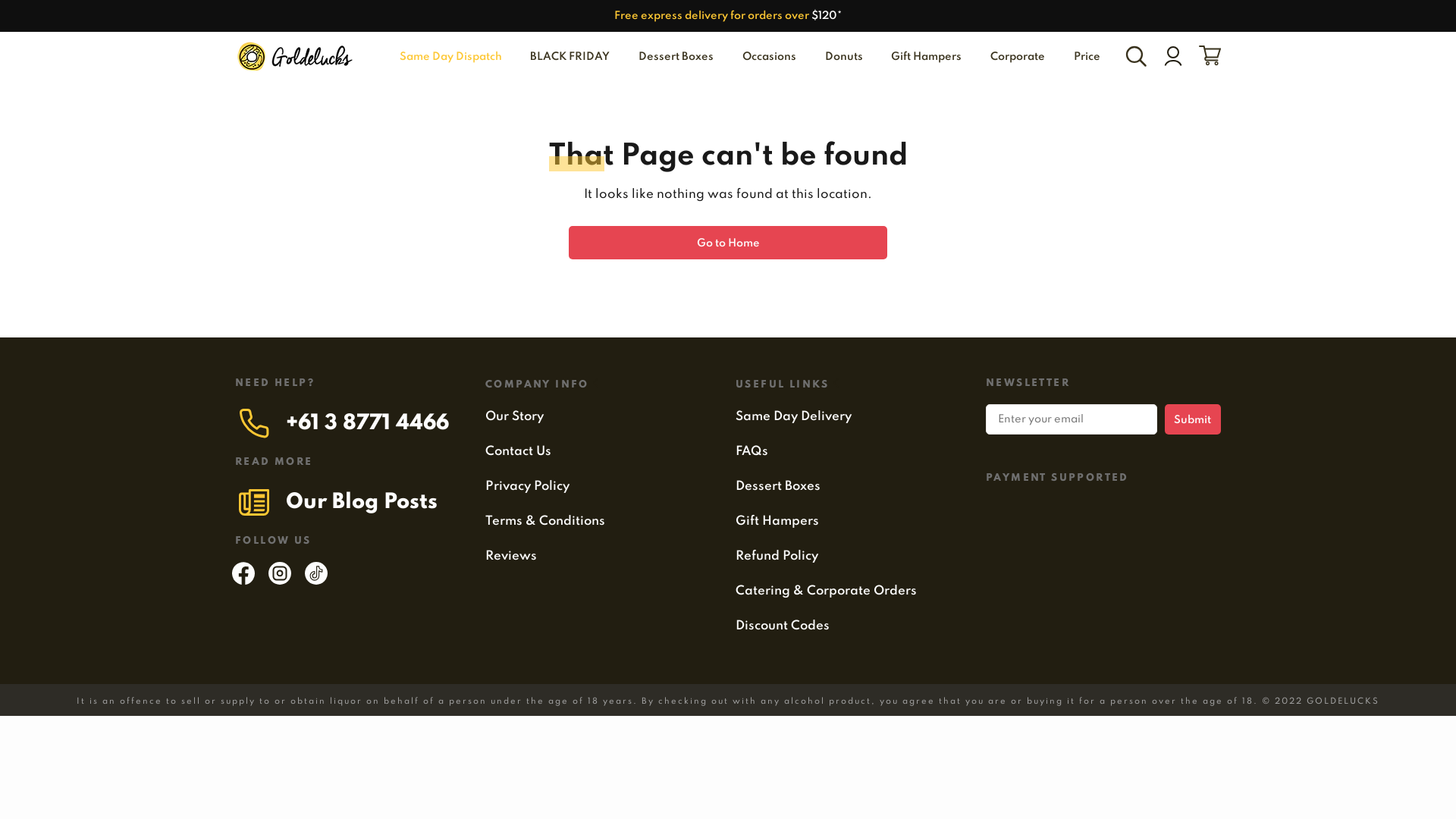  Describe the element at coordinates (728, 242) in the screenshot. I see `'Go to Home'` at that location.